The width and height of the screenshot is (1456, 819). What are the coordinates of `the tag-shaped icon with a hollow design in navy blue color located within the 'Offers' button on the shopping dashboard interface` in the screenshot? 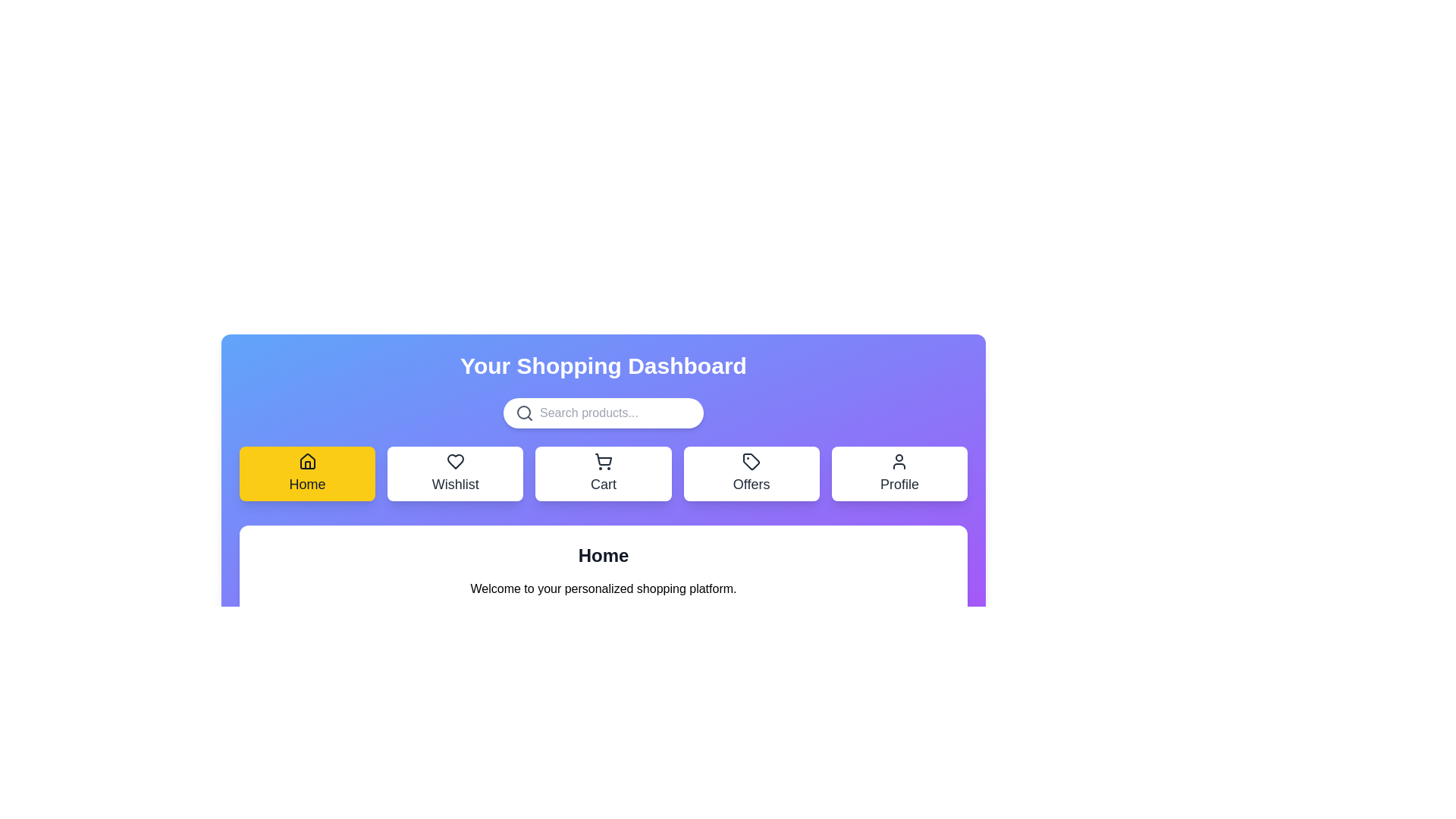 It's located at (752, 461).